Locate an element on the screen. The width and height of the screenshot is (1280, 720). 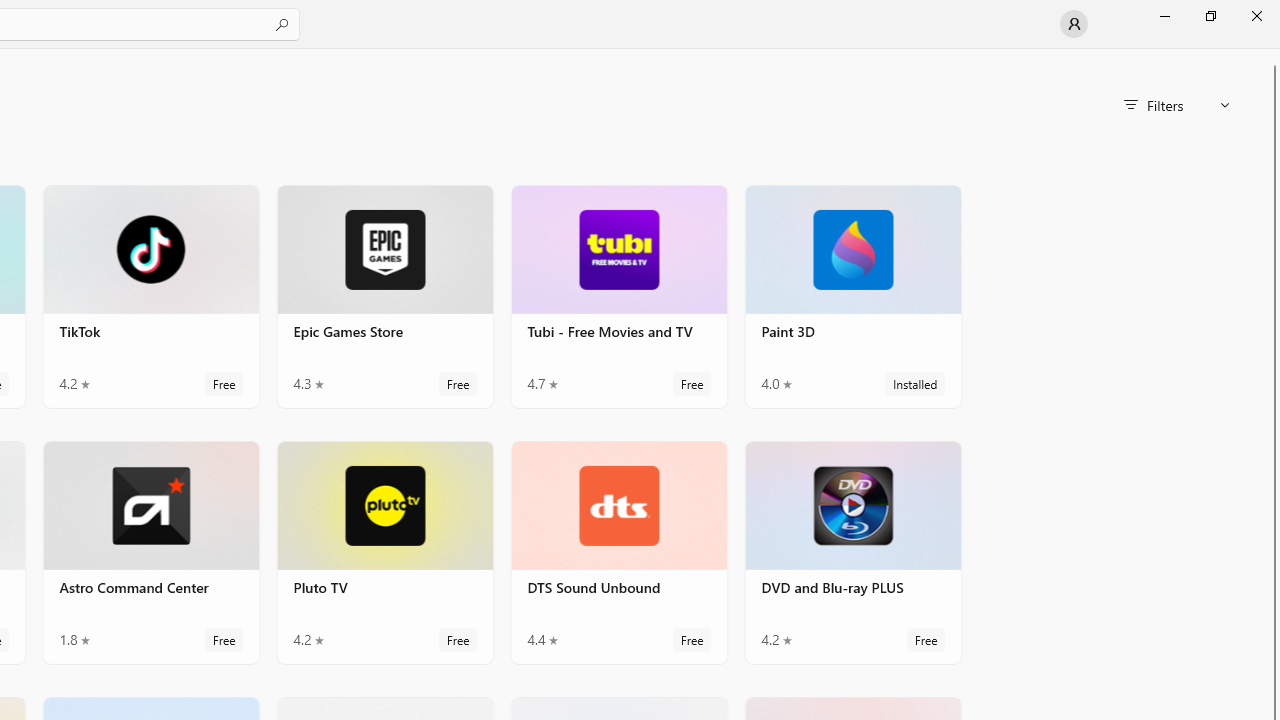
'TikTok. Average rating of 4.2 out of five stars. Free  ' is located at coordinates (150, 296).